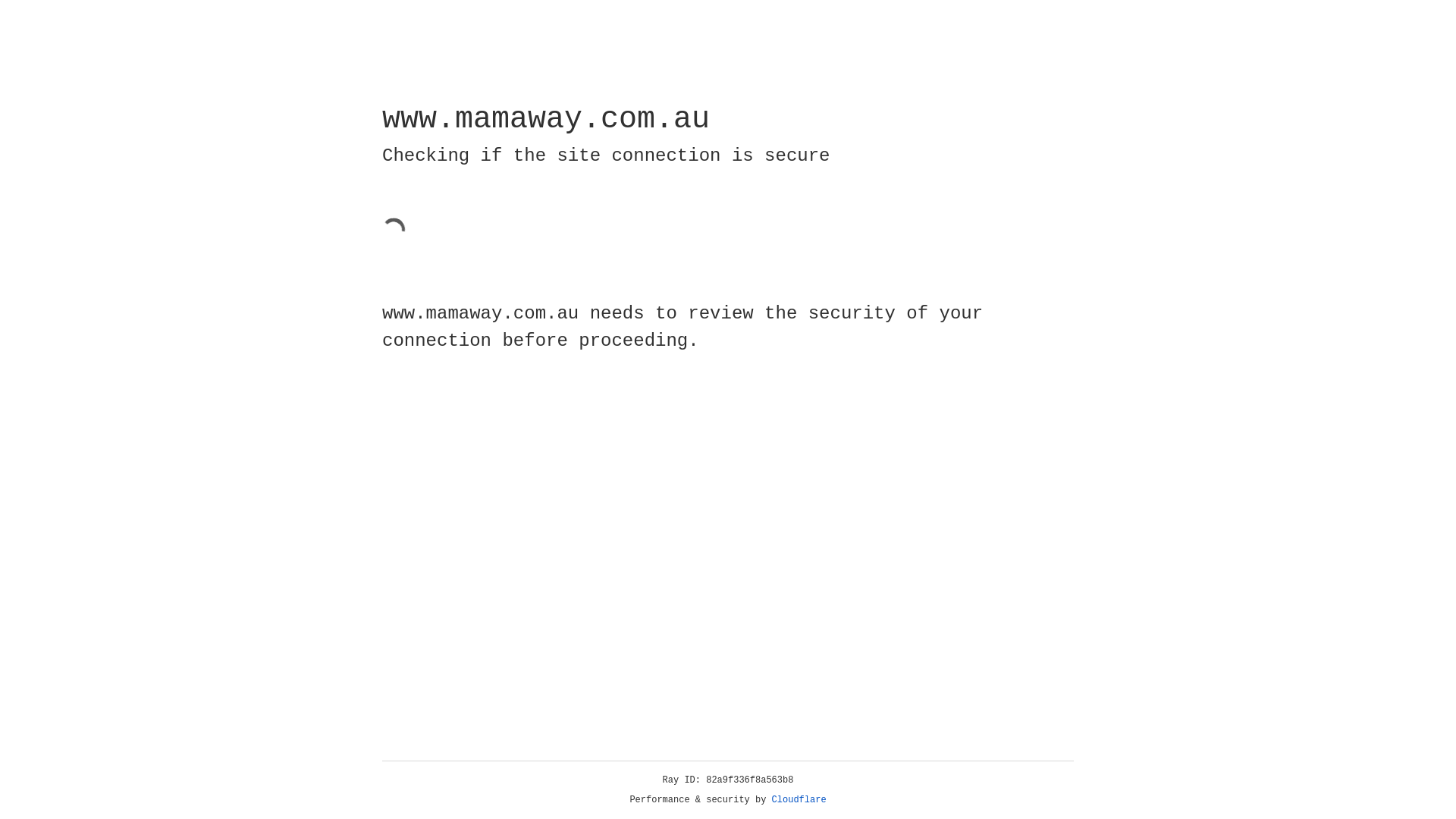 The image size is (1456, 819). Describe the element at coordinates (799, 799) in the screenshot. I see `'Cloudflare'` at that location.